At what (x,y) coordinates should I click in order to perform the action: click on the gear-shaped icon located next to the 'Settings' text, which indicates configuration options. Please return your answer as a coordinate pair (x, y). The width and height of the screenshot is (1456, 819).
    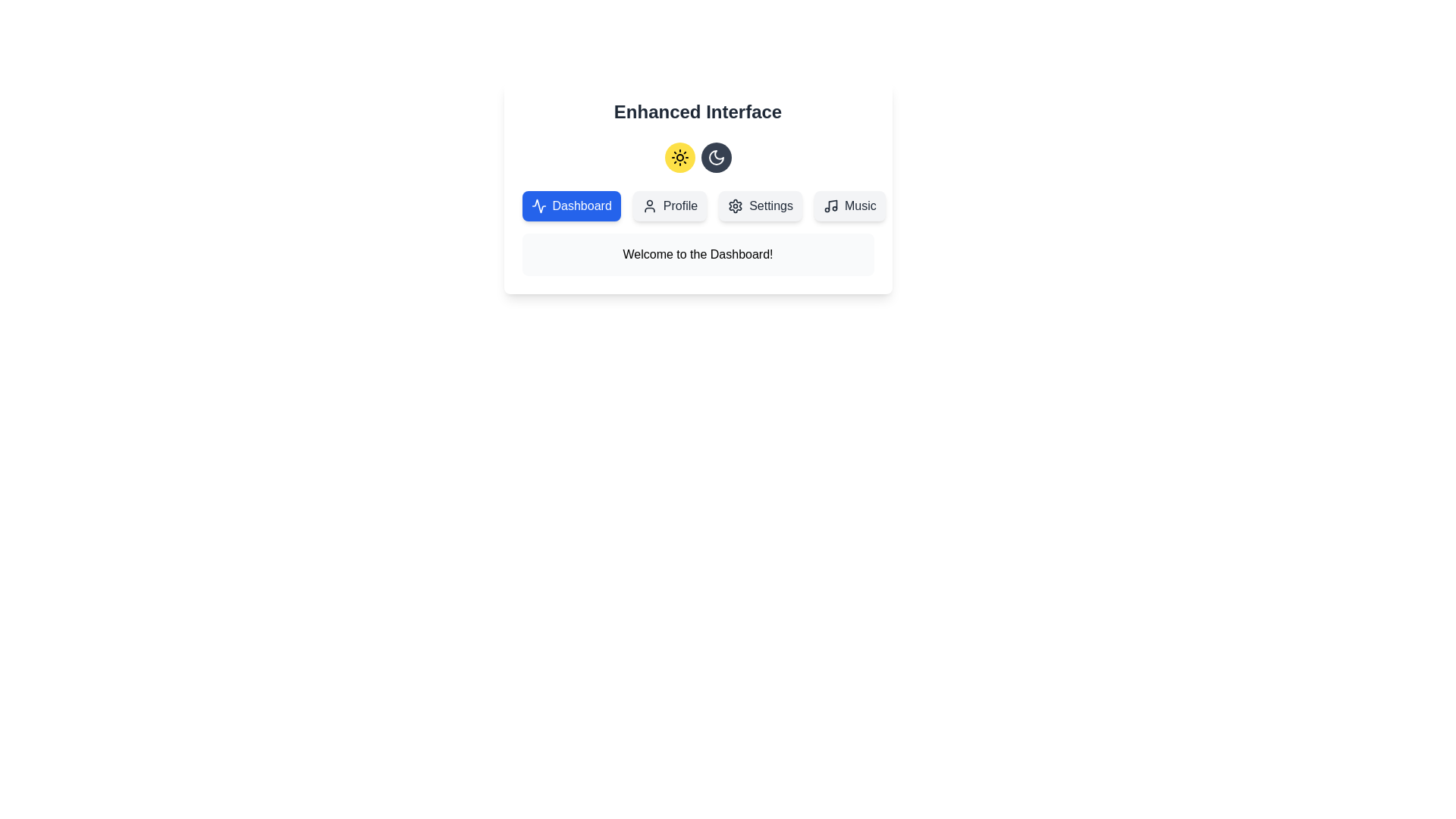
    Looking at the image, I should click on (736, 206).